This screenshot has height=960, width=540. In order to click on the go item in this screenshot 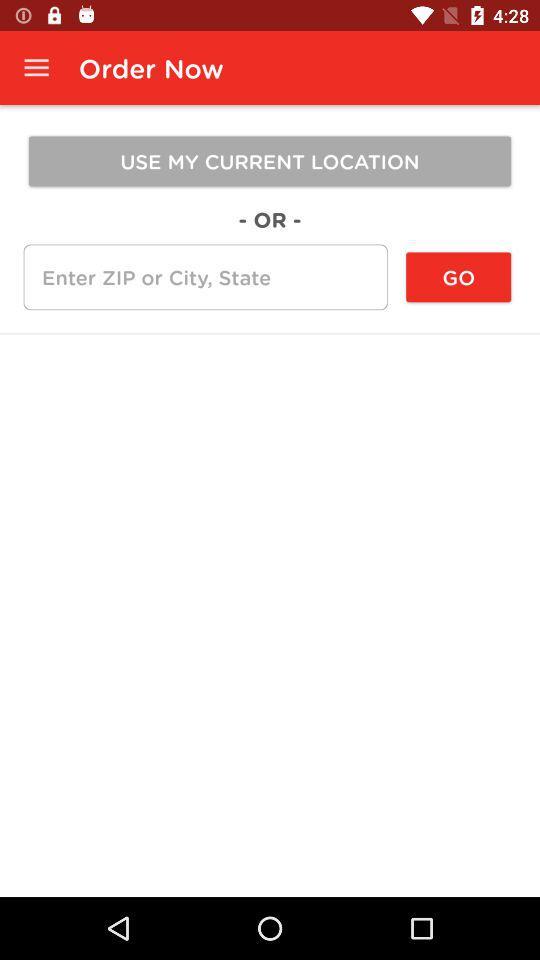, I will do `click(458, 276)`.